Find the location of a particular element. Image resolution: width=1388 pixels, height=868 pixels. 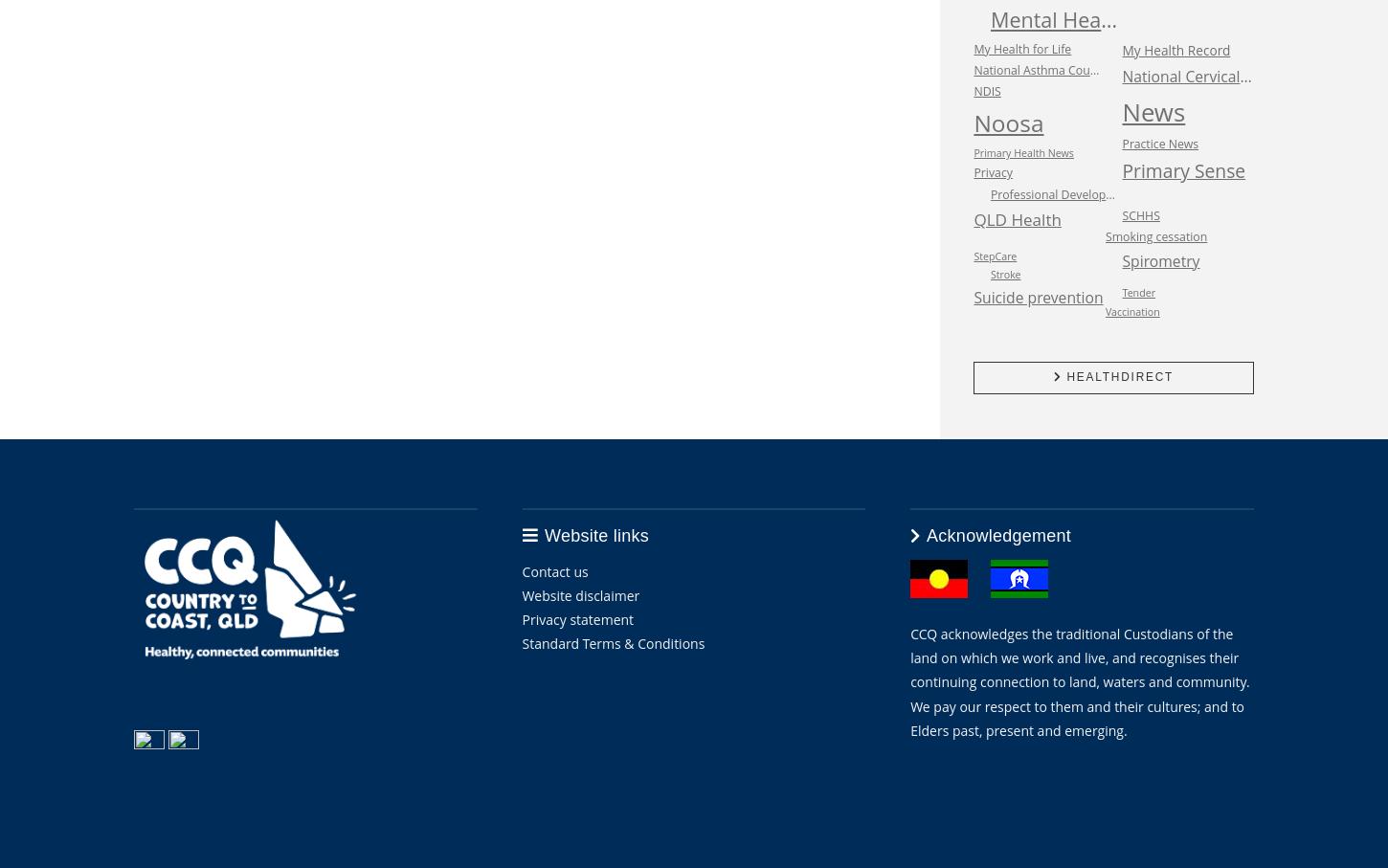

'News' is located at coordinates (1152, 110).